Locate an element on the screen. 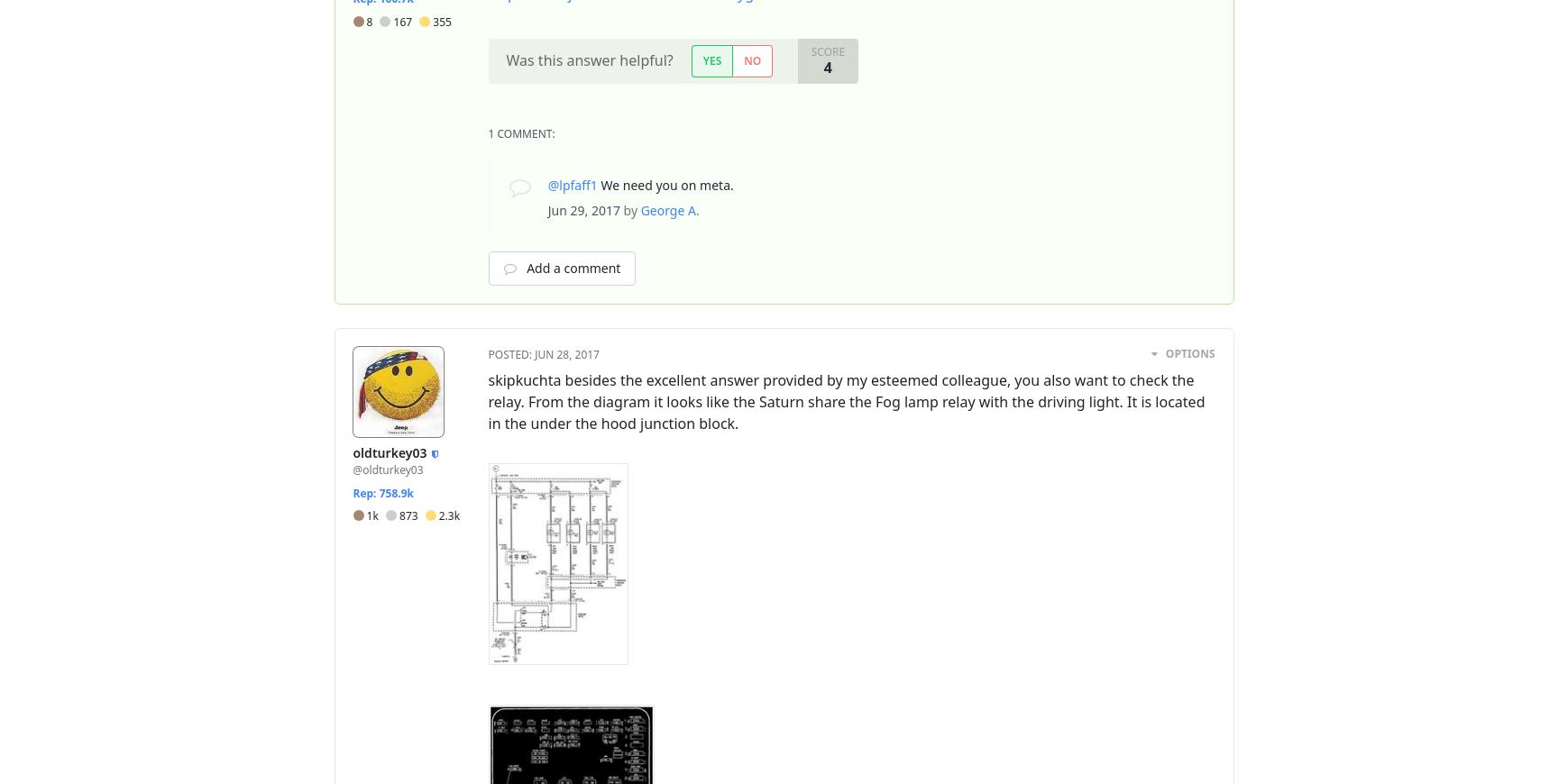 The image size is (1568, 784). '1 Comment:' is located at coordinates (521, 132).